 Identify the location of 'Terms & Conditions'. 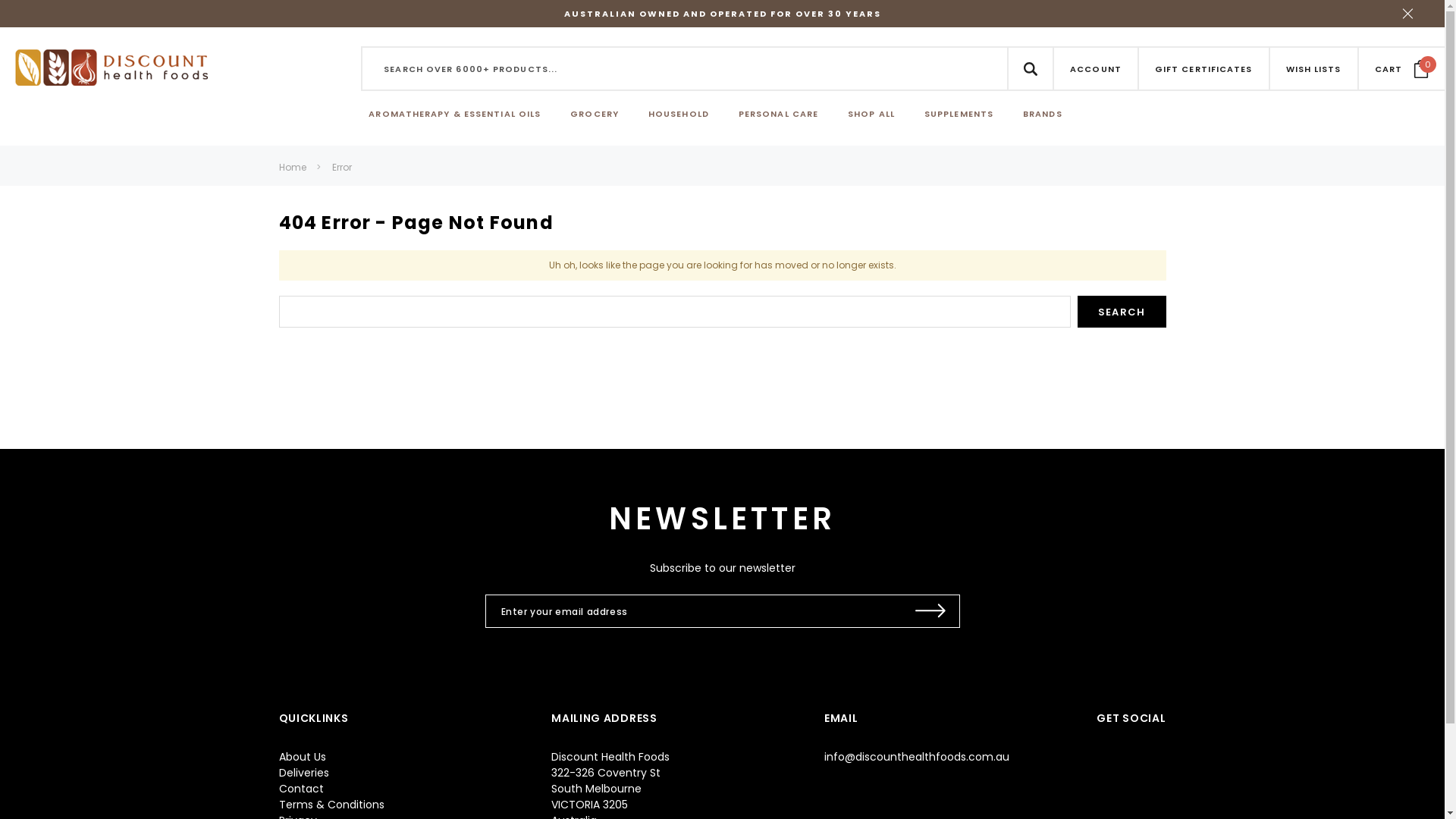
(331, 803).